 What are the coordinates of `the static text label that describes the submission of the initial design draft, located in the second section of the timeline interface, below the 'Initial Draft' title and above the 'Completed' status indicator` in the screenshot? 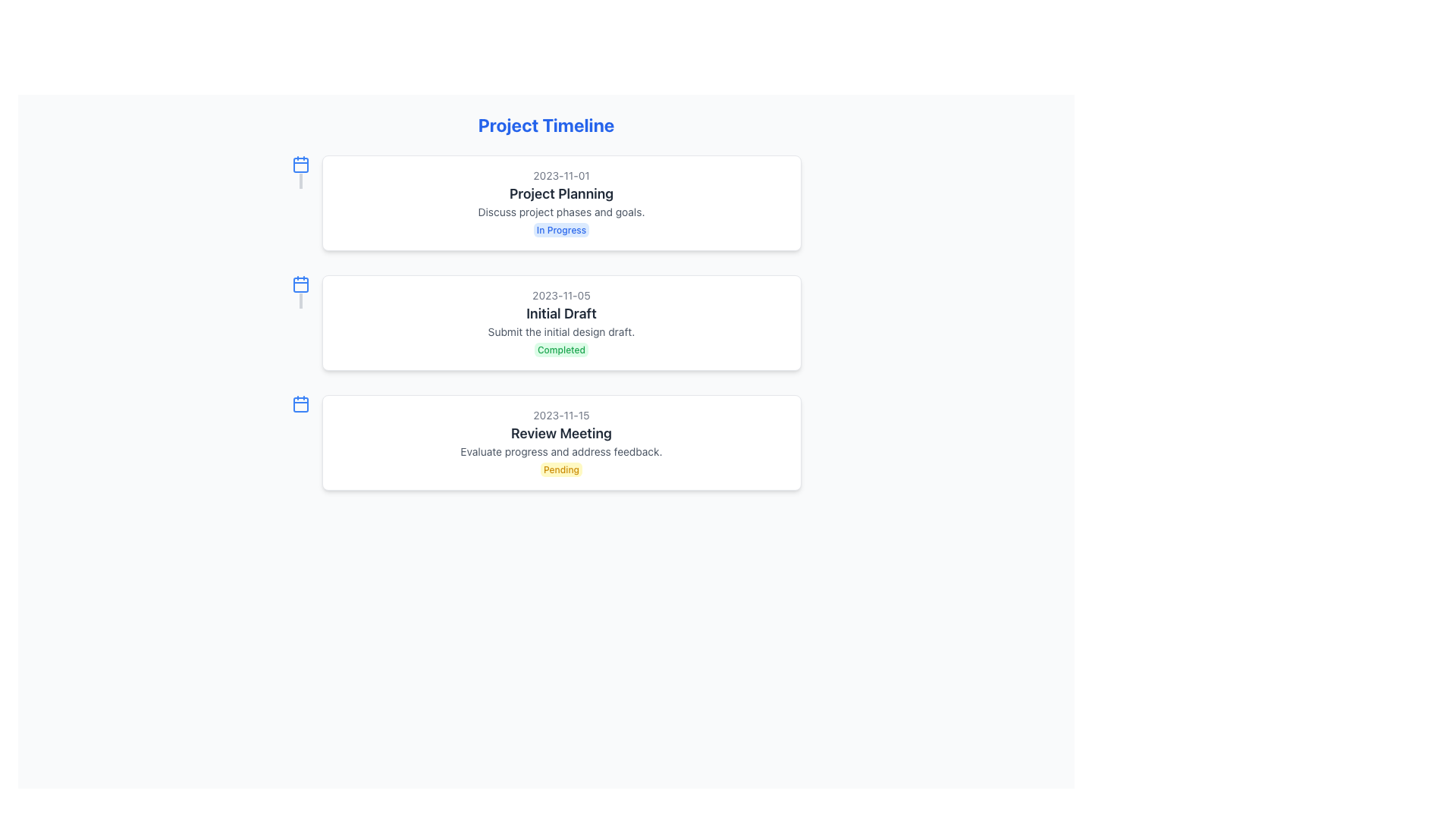 It's located at (560, 331).